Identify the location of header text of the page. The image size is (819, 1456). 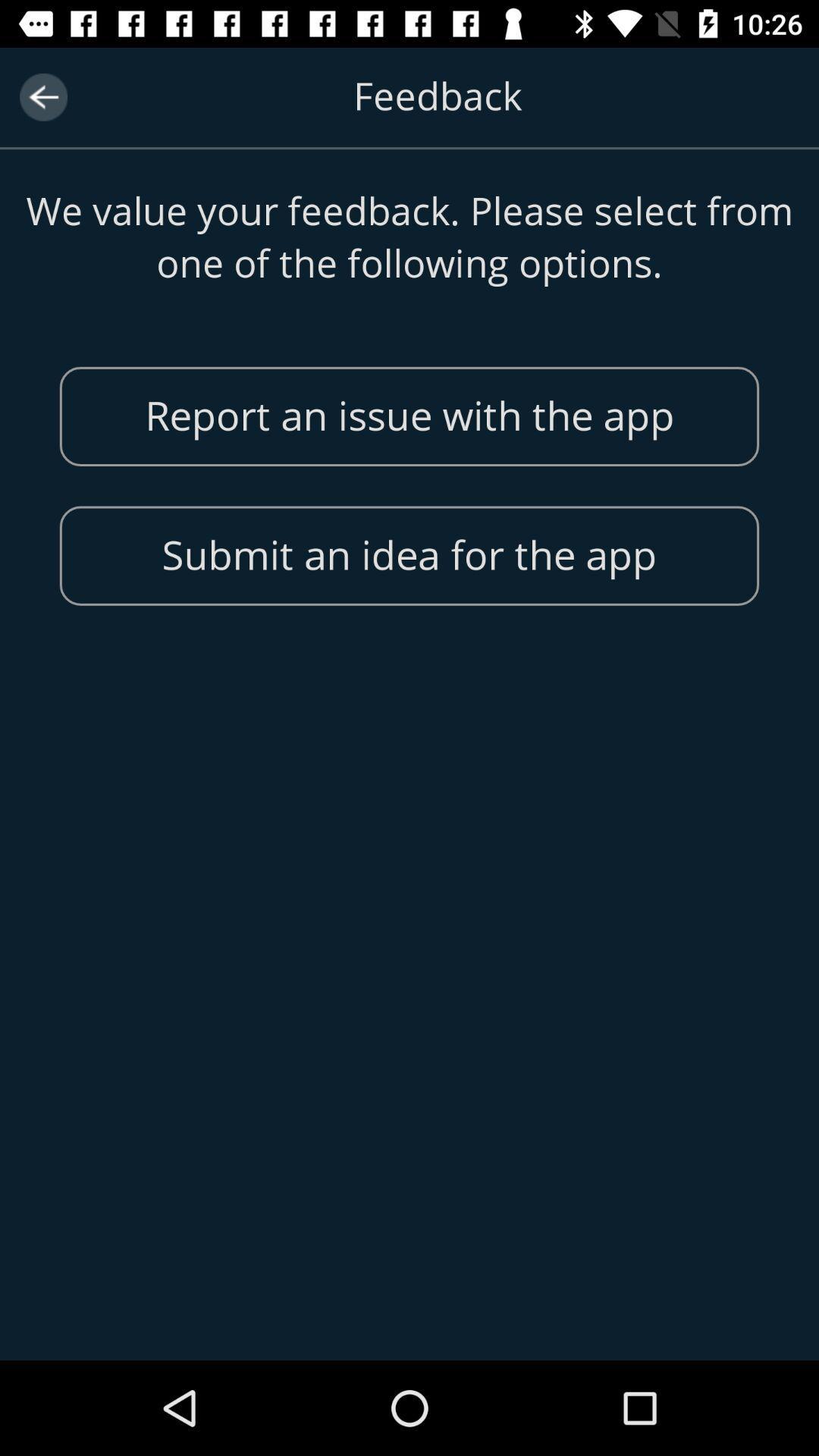
(409, 113).